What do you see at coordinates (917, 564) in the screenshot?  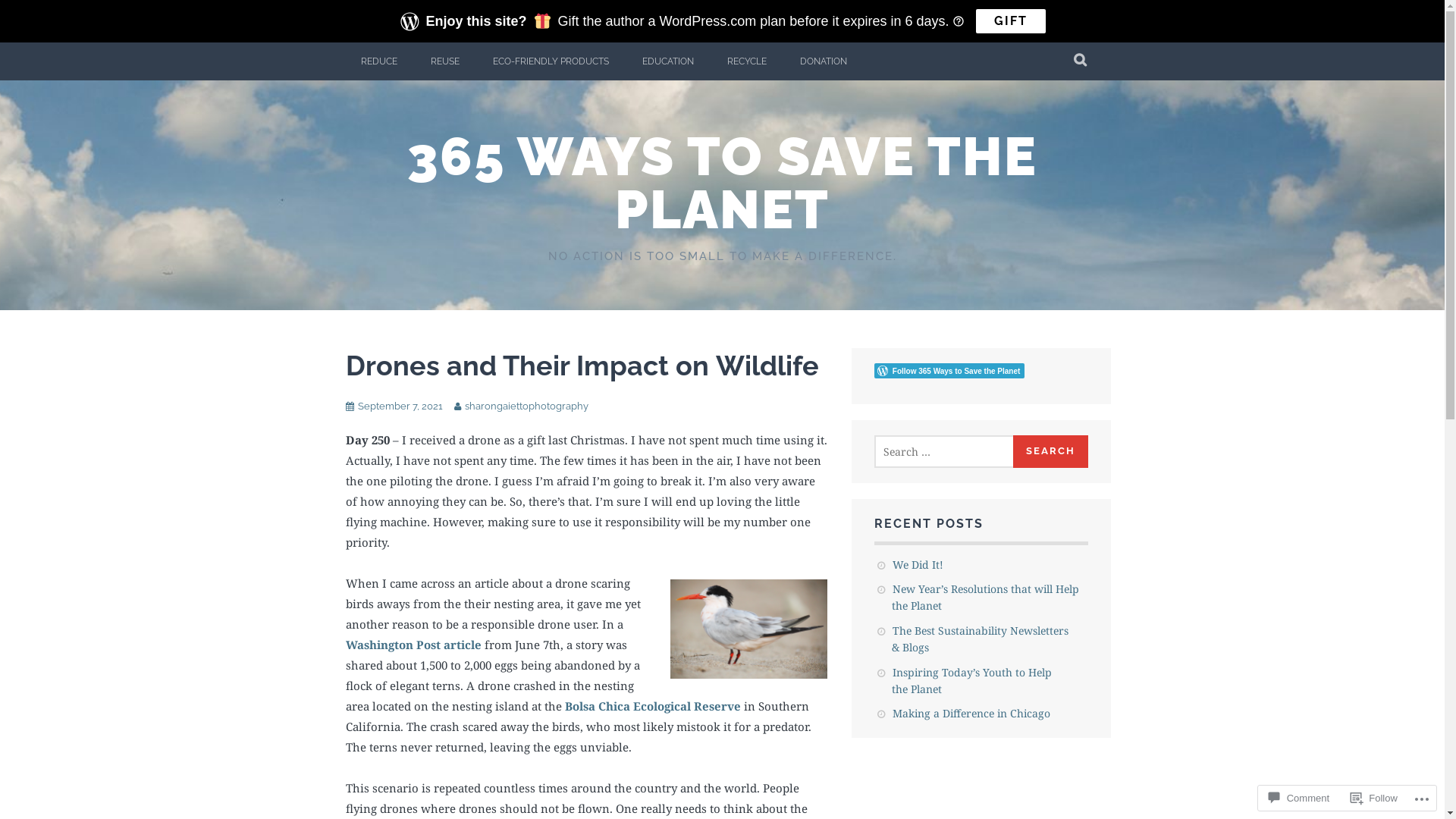 I see `'We Did It!'` at bounding box center [917, 564].